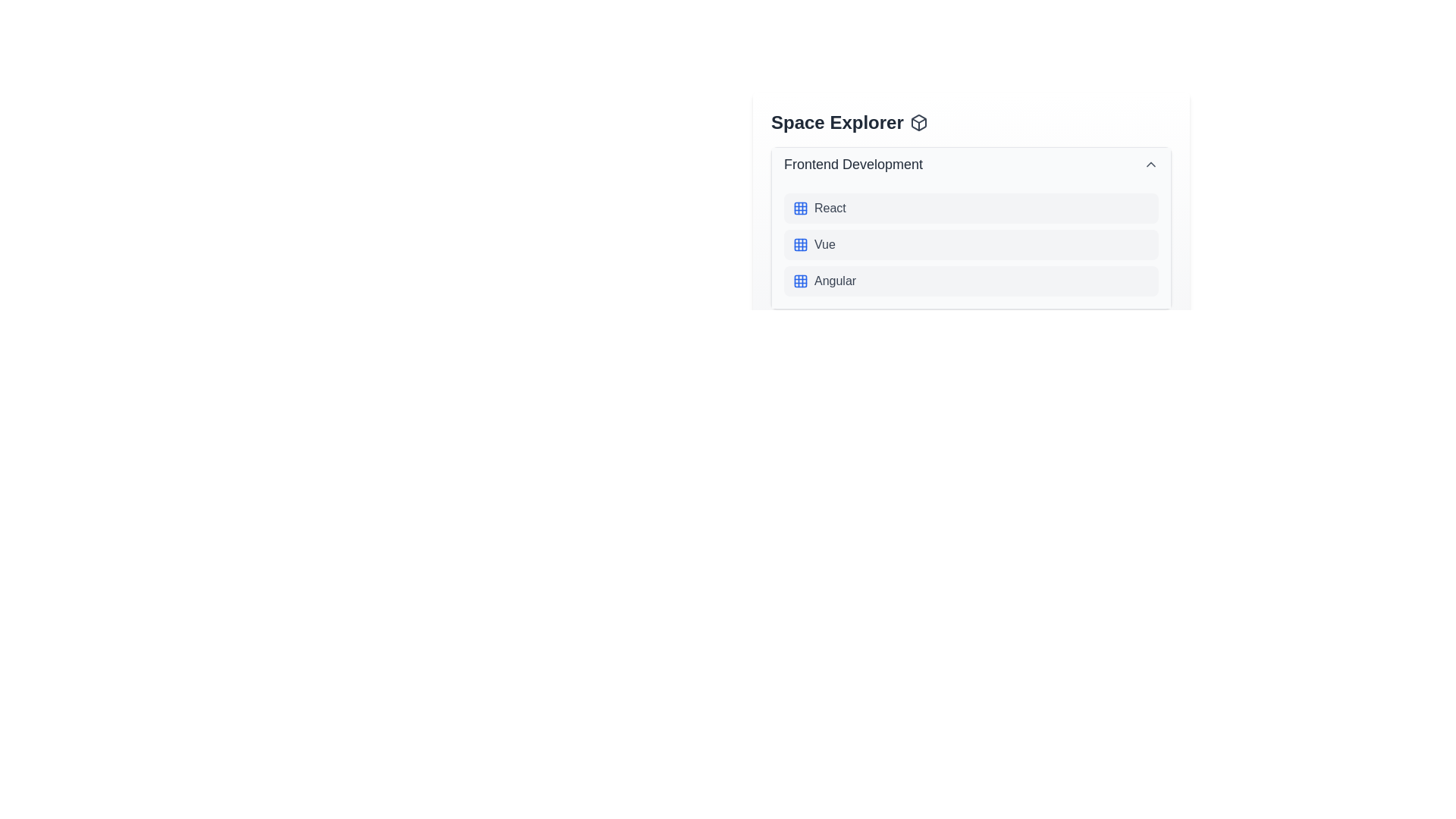 The image size is (1456, 819). I want to click on the decorative or functional icon representing the 'Space Explorer' context, which is located on the right side of the 'Space Explorer' header, so click(918, 122).